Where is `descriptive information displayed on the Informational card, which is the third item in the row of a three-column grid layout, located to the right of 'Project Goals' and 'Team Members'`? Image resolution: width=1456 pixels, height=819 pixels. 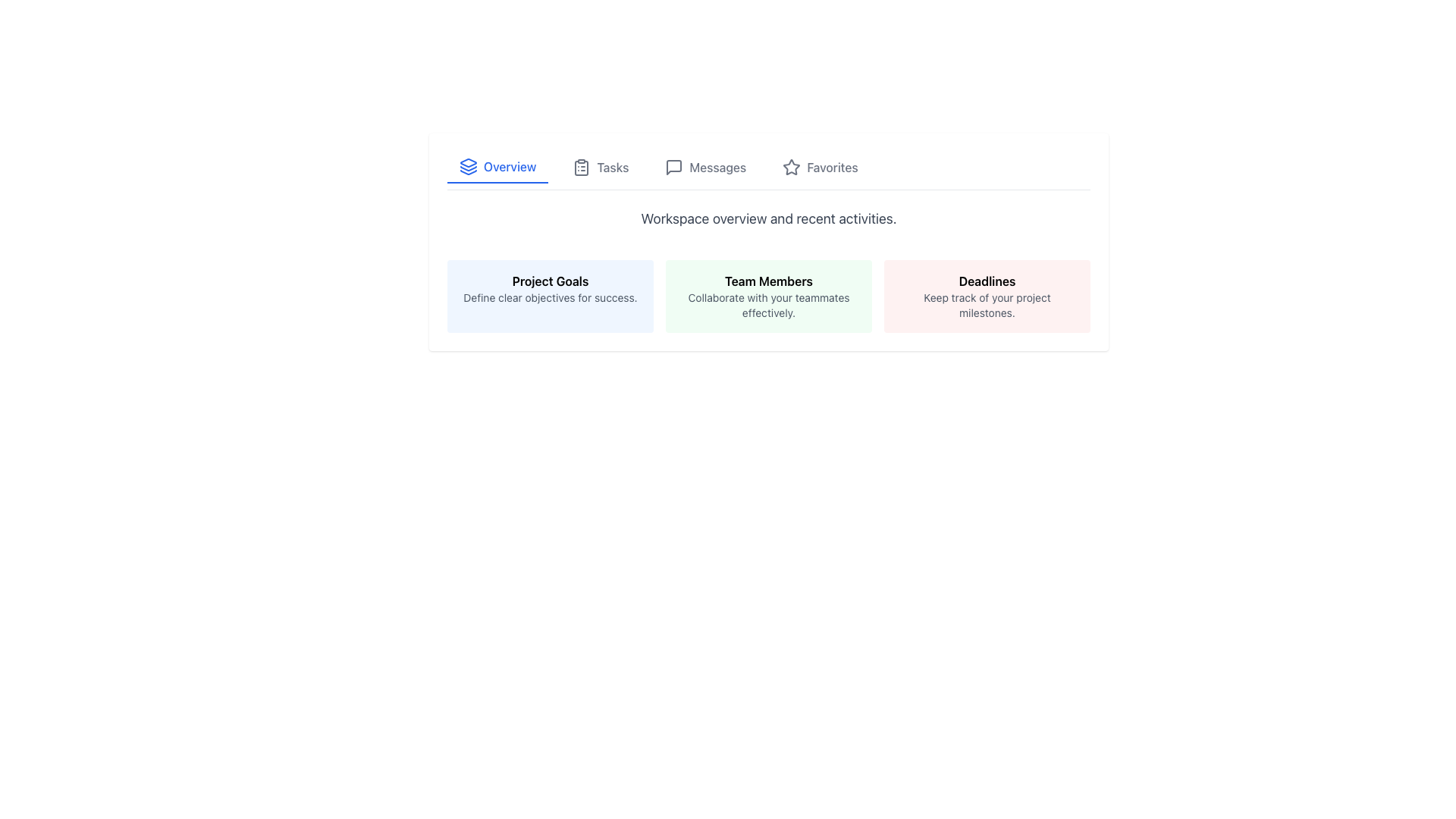
descriptive information displayed on the Informational card, which is the third item in the row of a three-column grid layout, located to the right of 'Project Goals' and 'Team Members' is located at coordinates (987, 296).